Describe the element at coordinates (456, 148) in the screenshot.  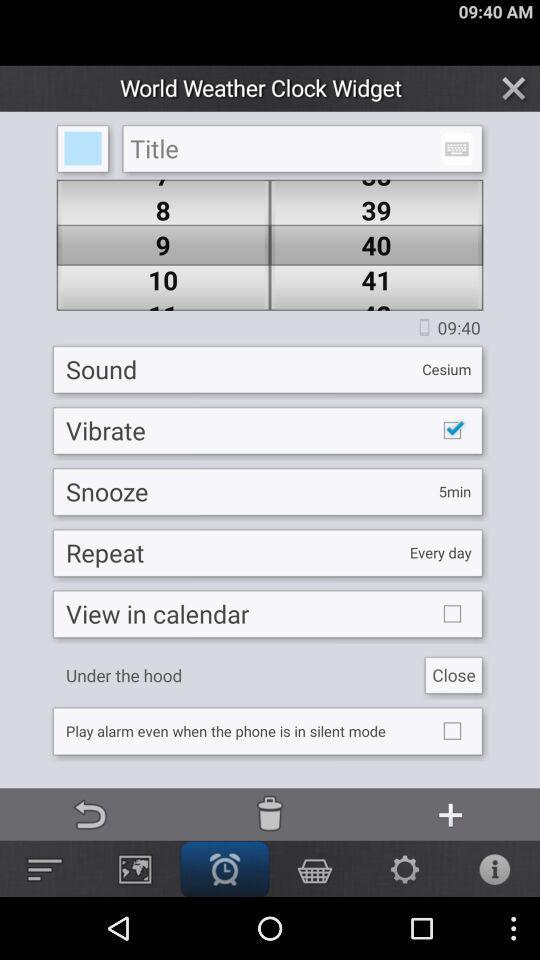
I see `opens an onl screen keyboard` at that location.